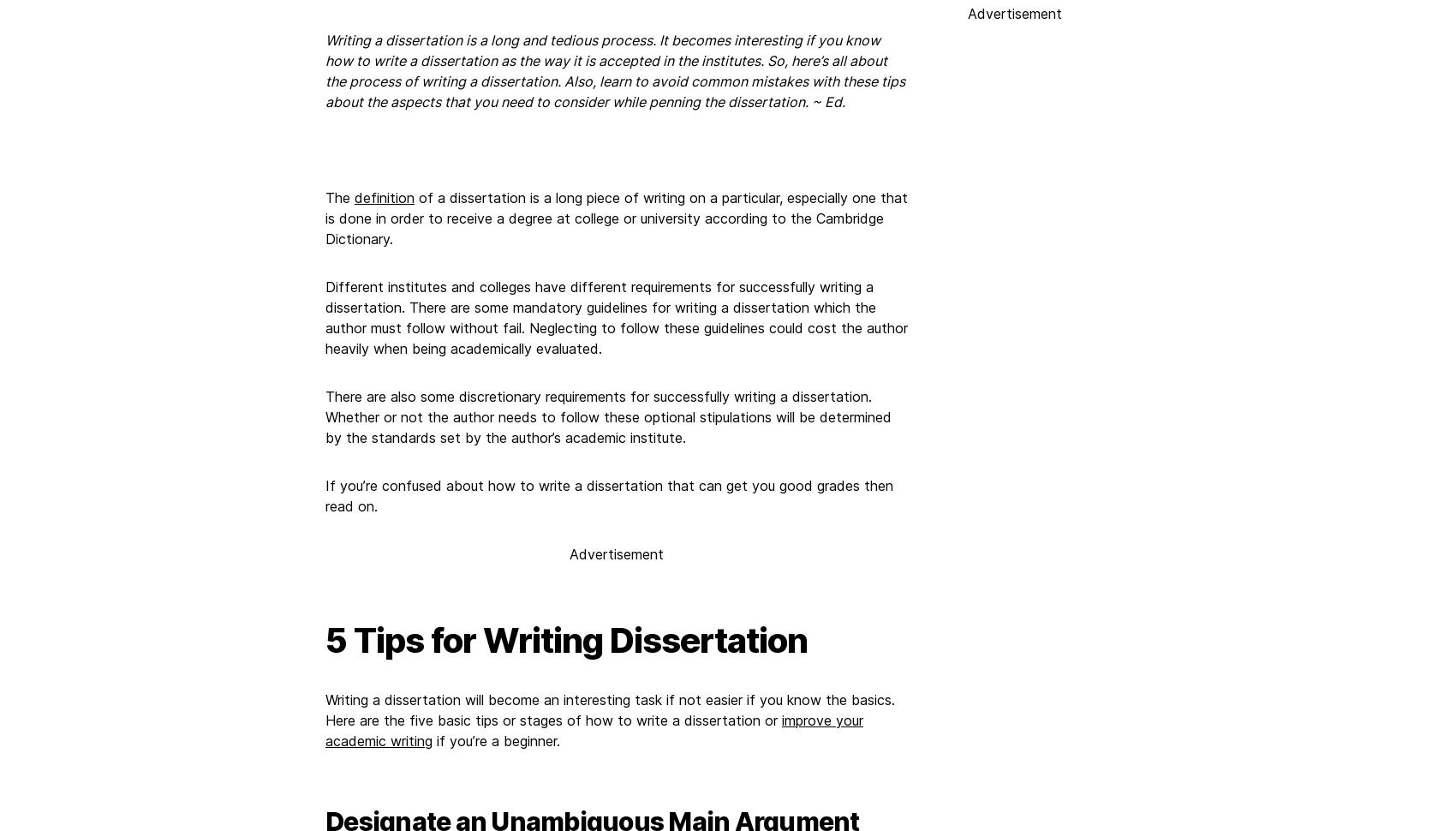 The height and width of the screenshot is (831, 1456). I want to click on 'If you’re confused about how to write a dissertation that can get you good grades then read on.', so click(324, 494).